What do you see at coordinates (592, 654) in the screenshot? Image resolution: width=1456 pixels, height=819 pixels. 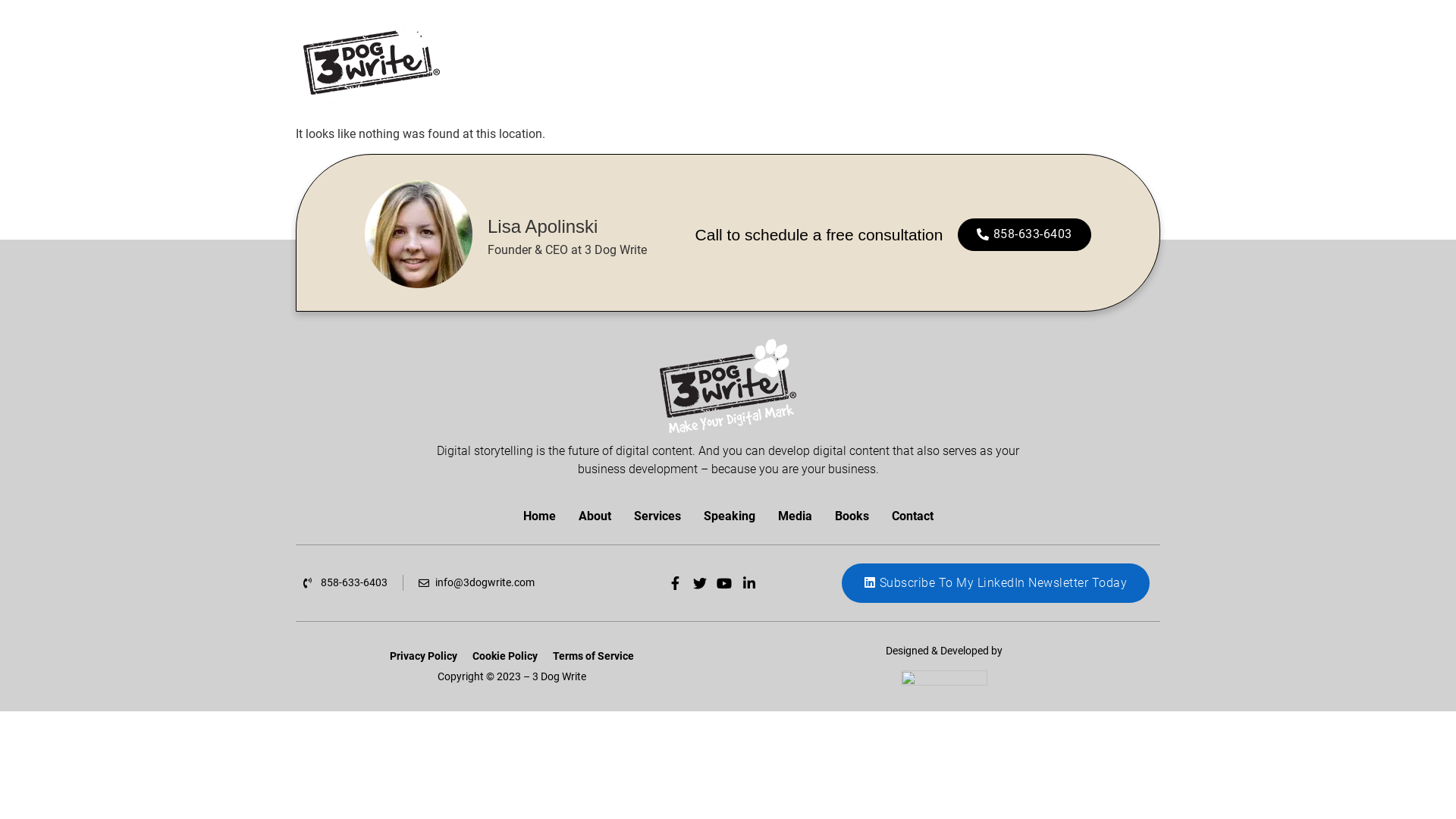 I see `'Terms of Service'` at bounding box center [592, 654].